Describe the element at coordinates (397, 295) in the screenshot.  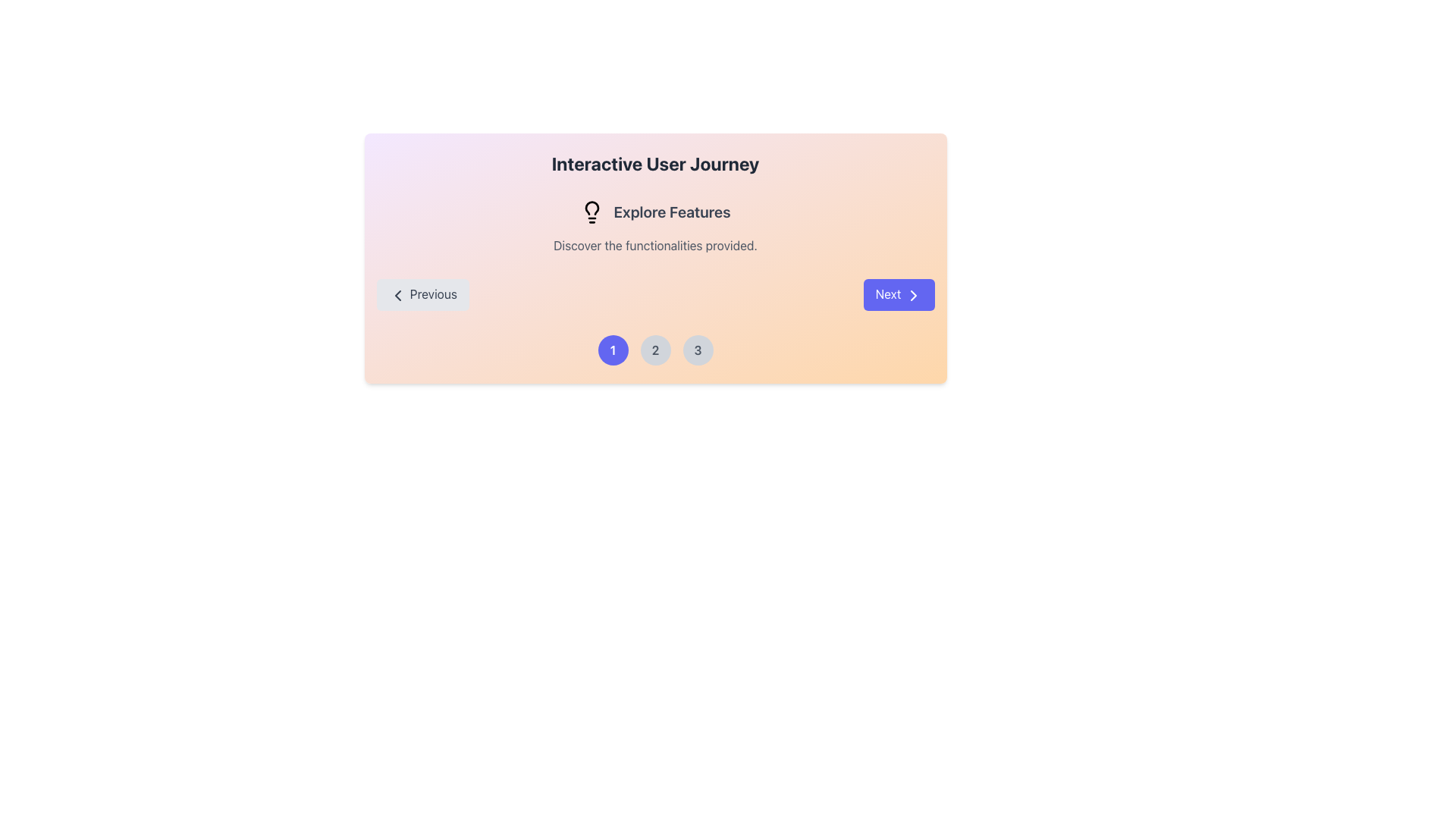
I see `the left-pointing chevron icon inside the 'Previous' button` at that location.